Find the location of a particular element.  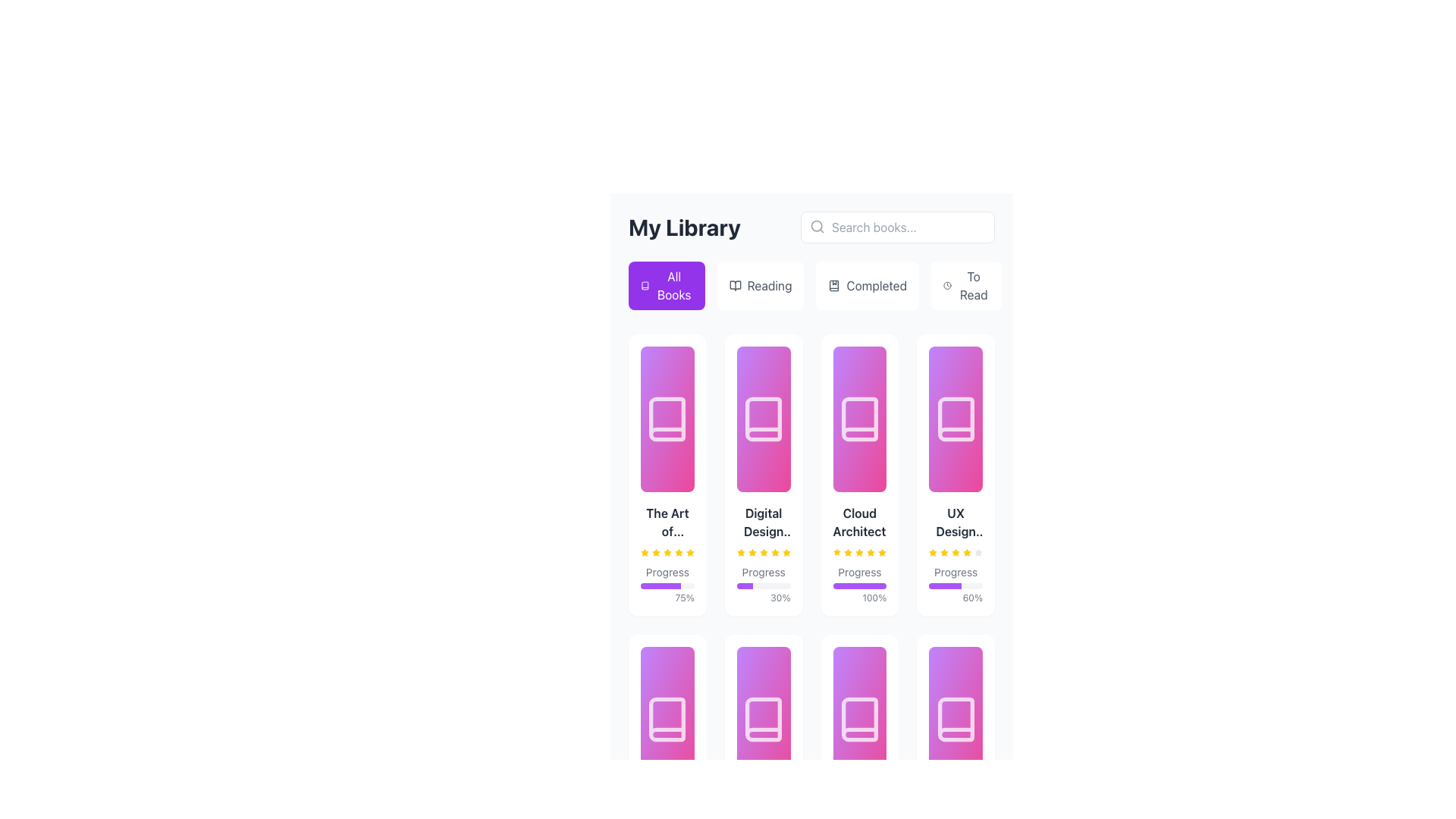

the SVG graphic icon representing a book item in the 'My Library' interface, located in the last tile of the second row is located at coordinates (955, 718).